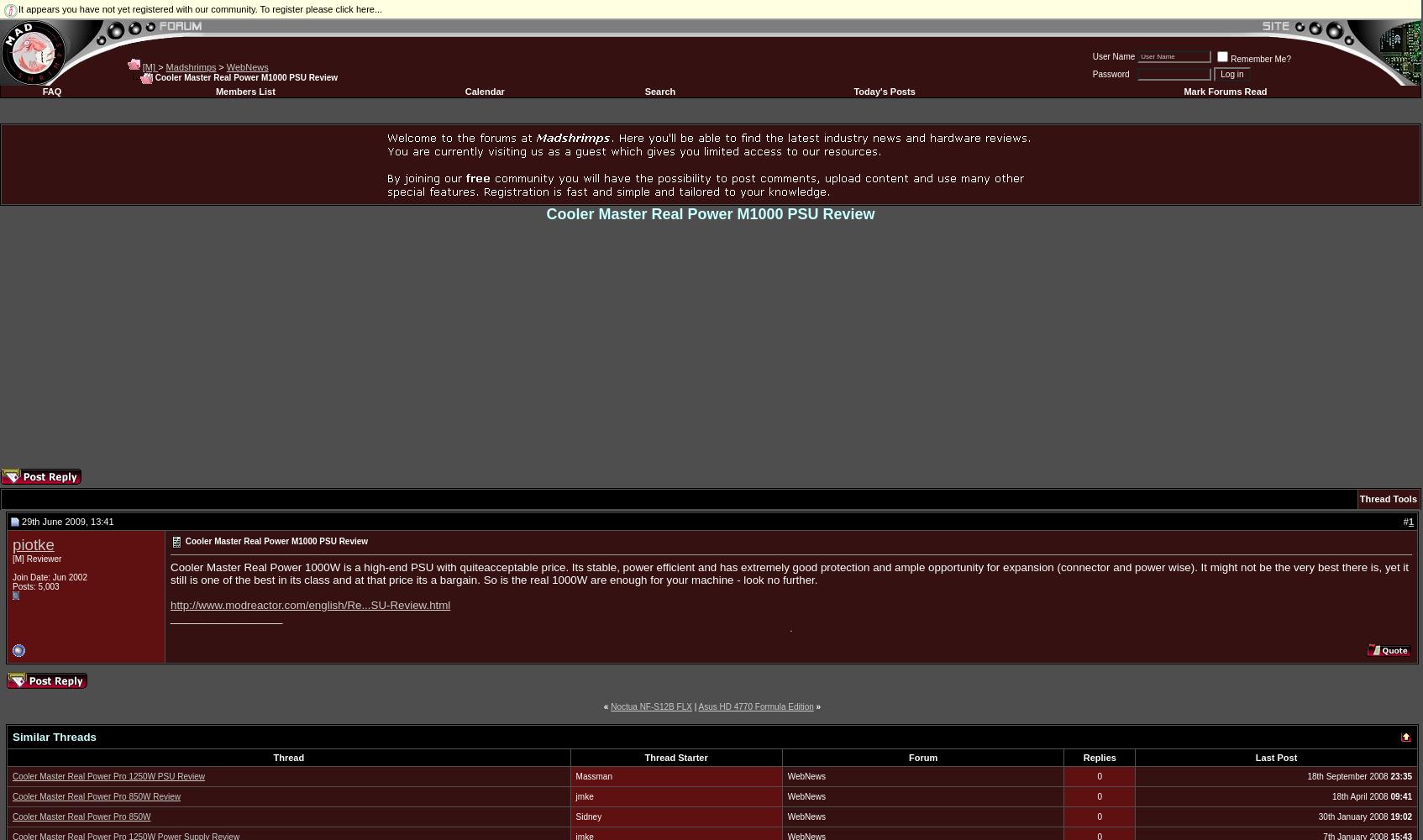 The height and width of the screenshot is (840, 1423). What do you see at coordinates (48, 577) in the screenshot?
I see `'Join Date: Jun 2002'` at bounding box center [48, 577].